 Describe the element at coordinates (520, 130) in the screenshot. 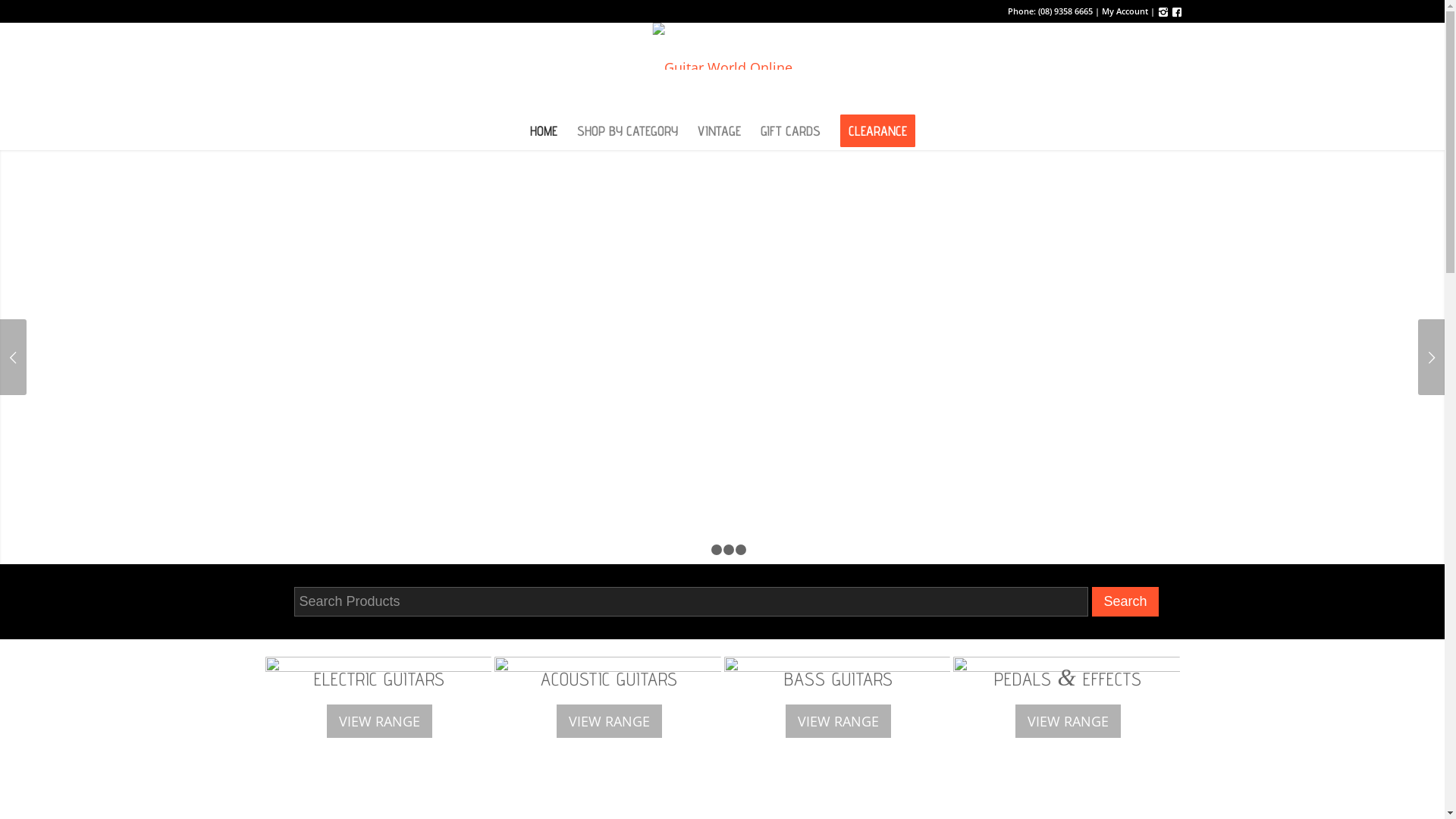

I see `'HOME'` at that location.